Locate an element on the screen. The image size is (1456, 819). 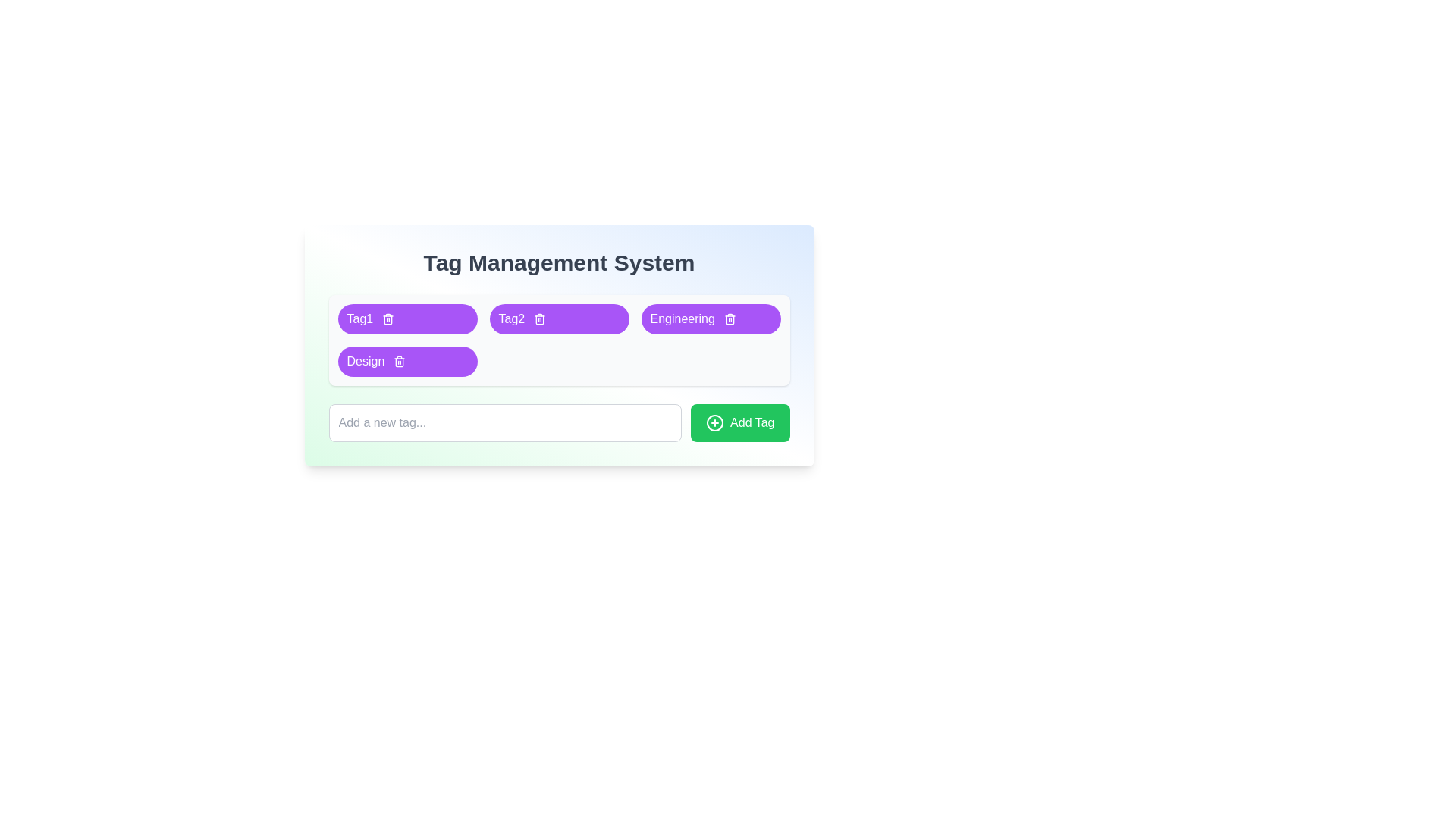
the delete icon button located to the right of the 'Tag1' label is located at coordinates (388, 318).